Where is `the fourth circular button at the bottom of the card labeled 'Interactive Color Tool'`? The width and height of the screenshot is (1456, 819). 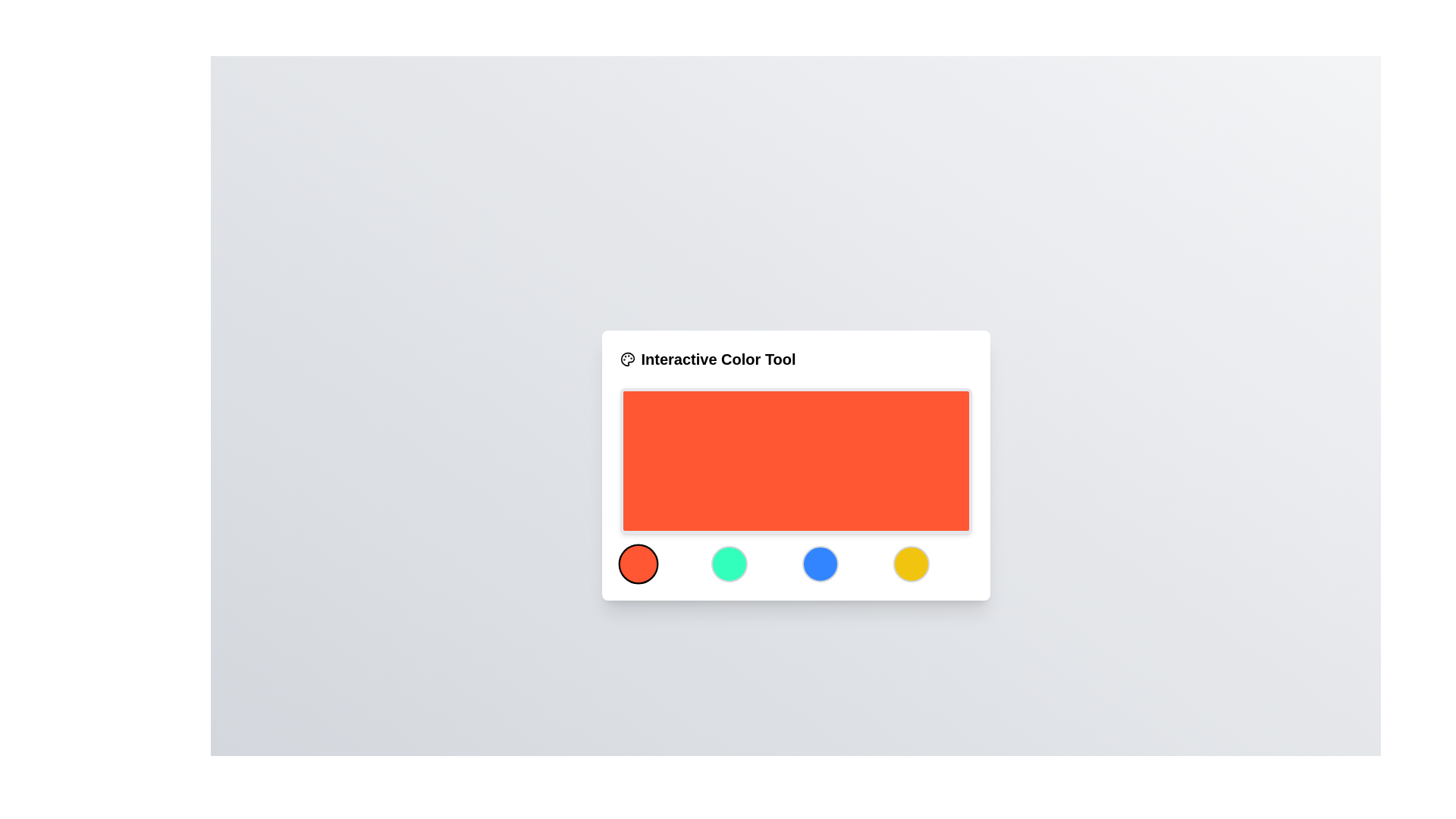 the fourth circular button at the bottom of the card labeled 'Interactive Color Tool' is located at coordinates (910, 564).